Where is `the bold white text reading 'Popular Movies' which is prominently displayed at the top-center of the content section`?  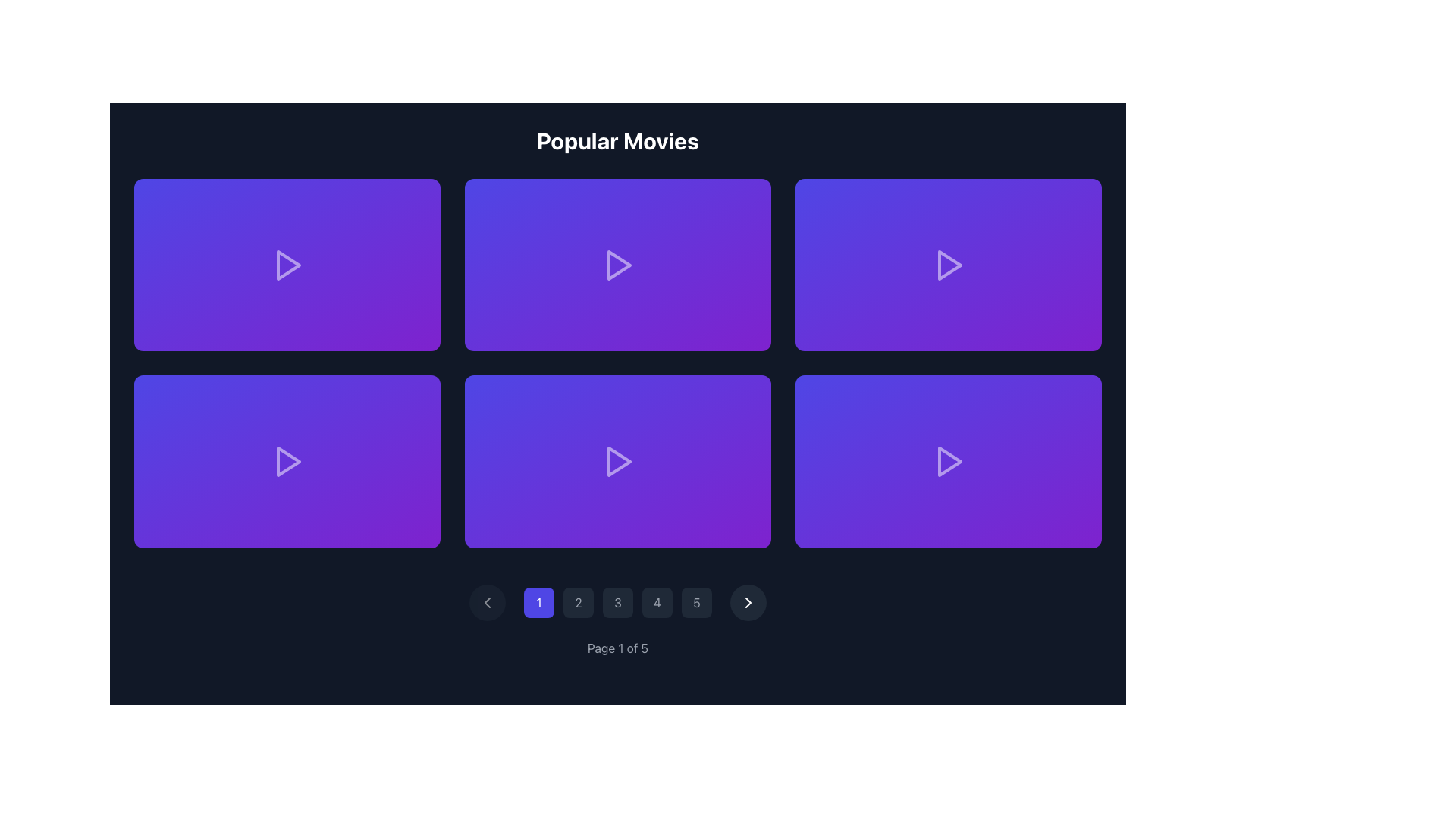
the bold white text reading 'Popular Movies' which is prominently displayed at the top-center of the content section is located at coordinates (618, 140).